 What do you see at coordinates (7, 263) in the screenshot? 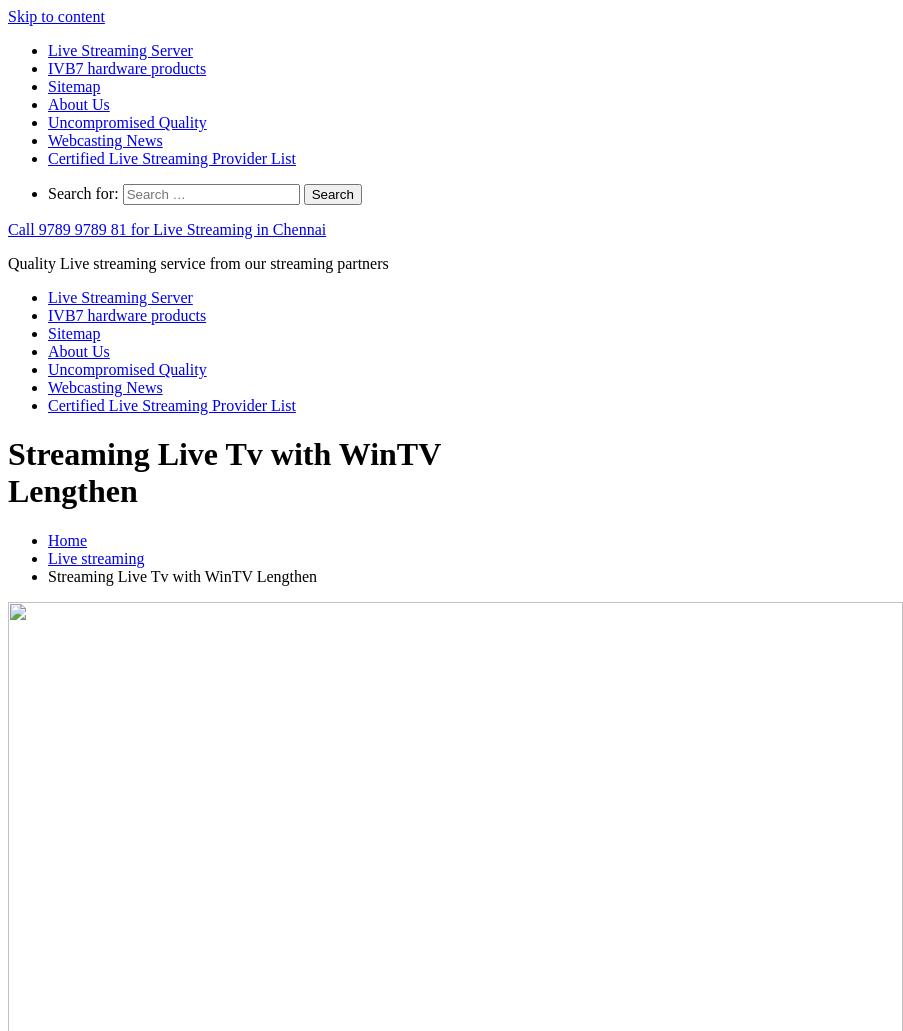
I see `'Quality Live streaming service from our streaming partners'` at bounding box center [7, 263].